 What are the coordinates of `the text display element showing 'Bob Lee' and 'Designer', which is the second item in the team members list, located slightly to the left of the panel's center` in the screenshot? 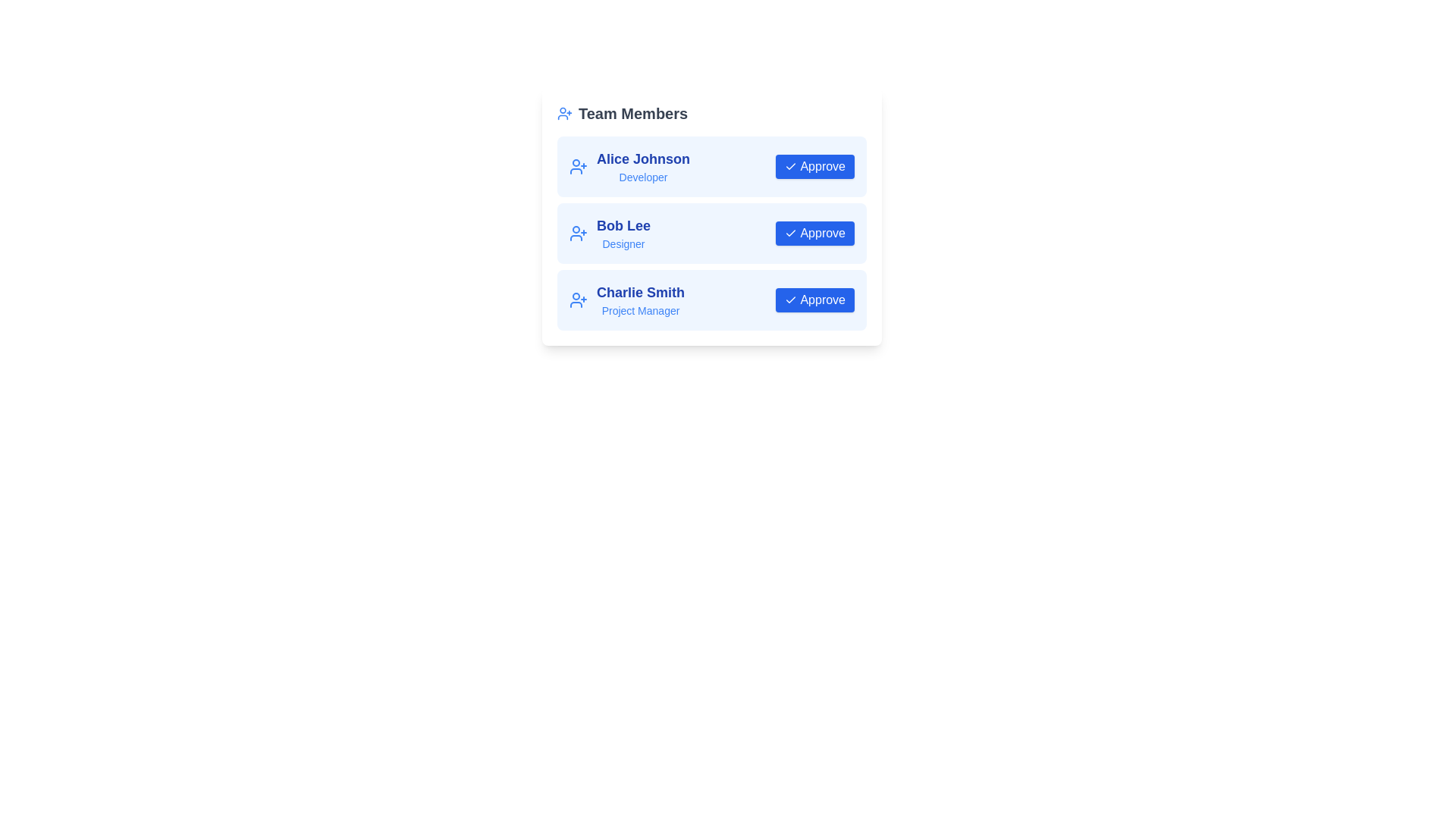 It's located at (623, 234).